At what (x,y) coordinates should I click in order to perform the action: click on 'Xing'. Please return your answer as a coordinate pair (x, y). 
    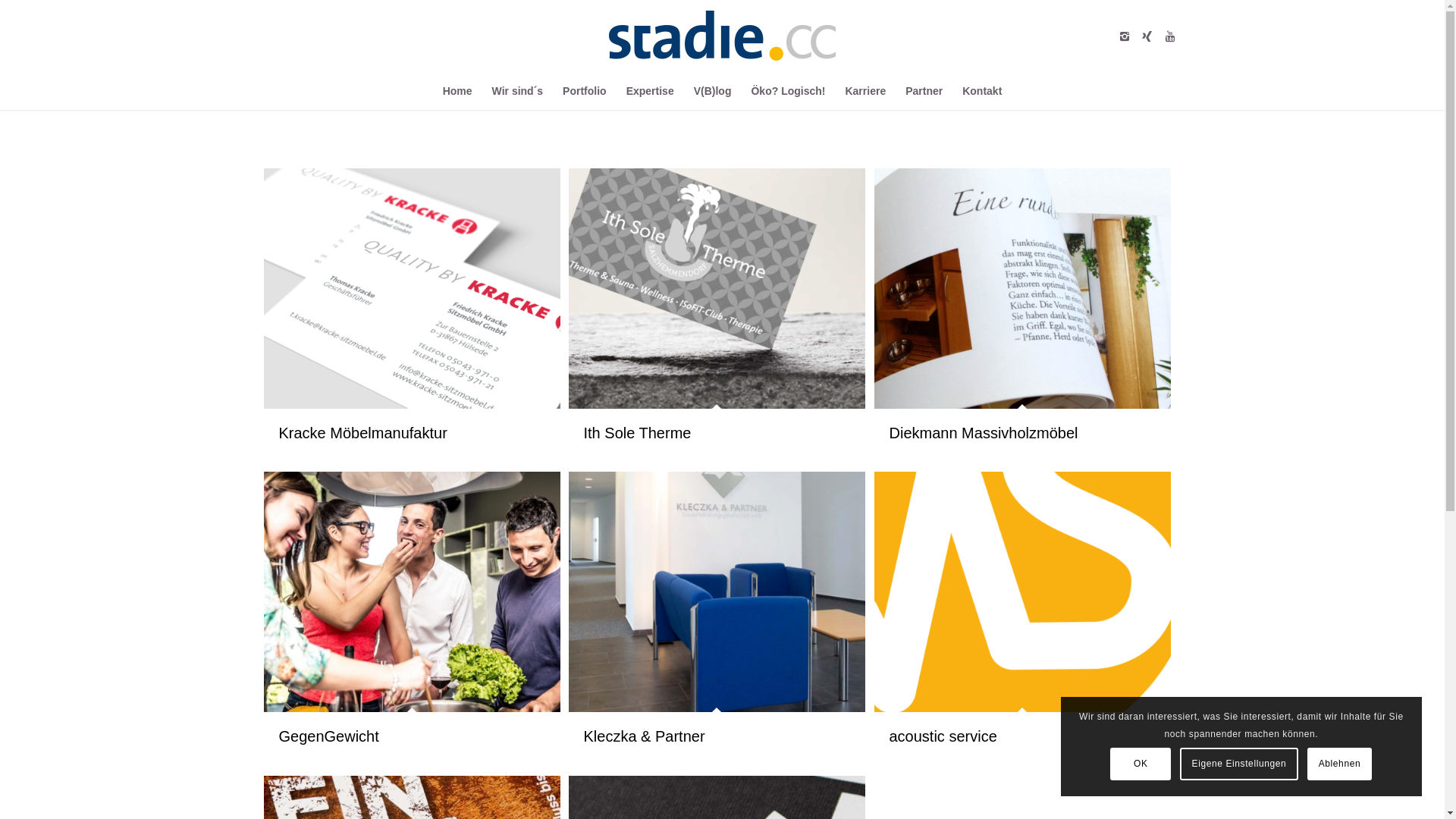
    Looking at the image, I should click on (1147, 34).